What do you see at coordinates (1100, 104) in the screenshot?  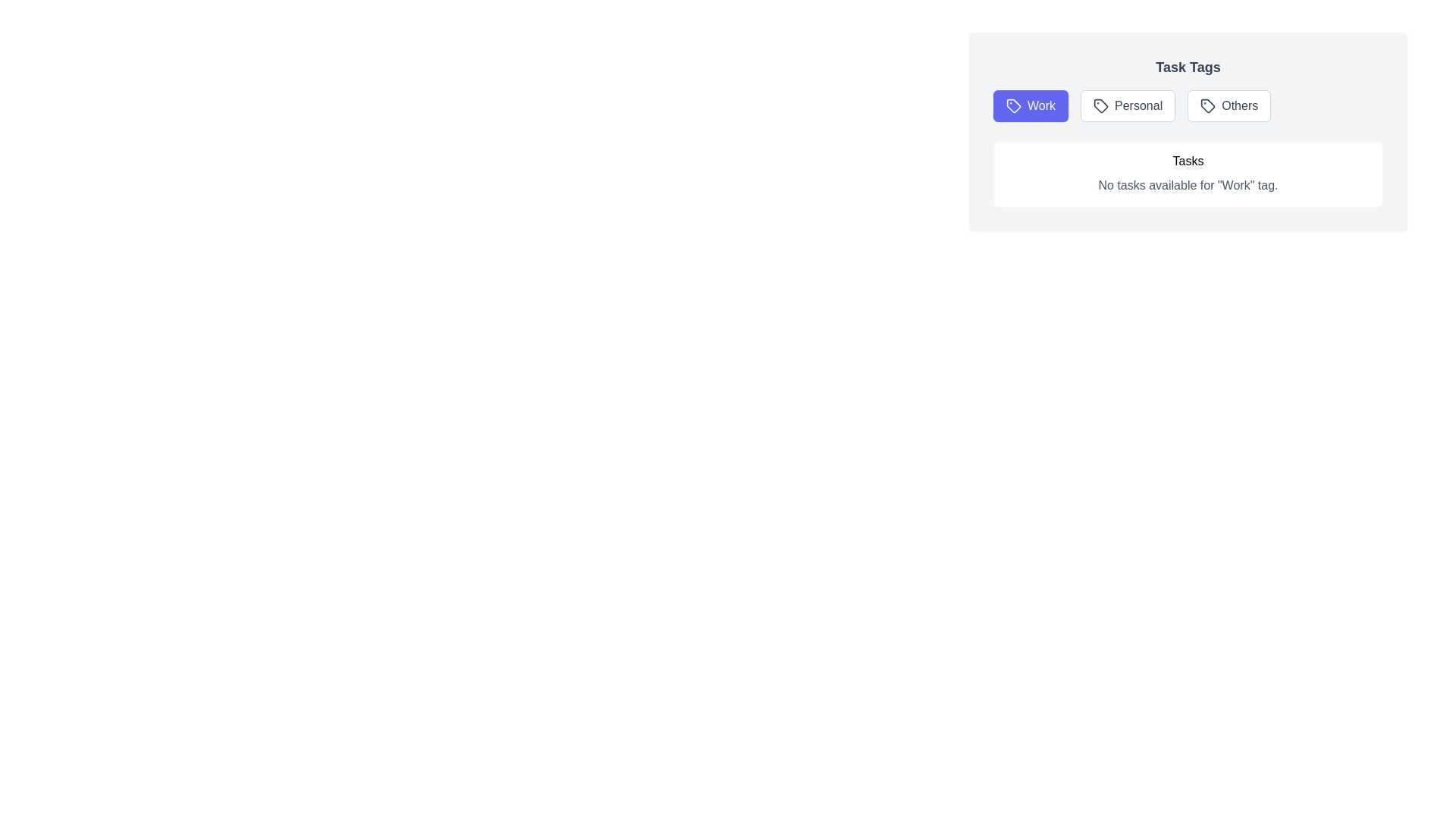 I see `the icon representing the 'Personal' tag` at bounding box center [1100, 104].